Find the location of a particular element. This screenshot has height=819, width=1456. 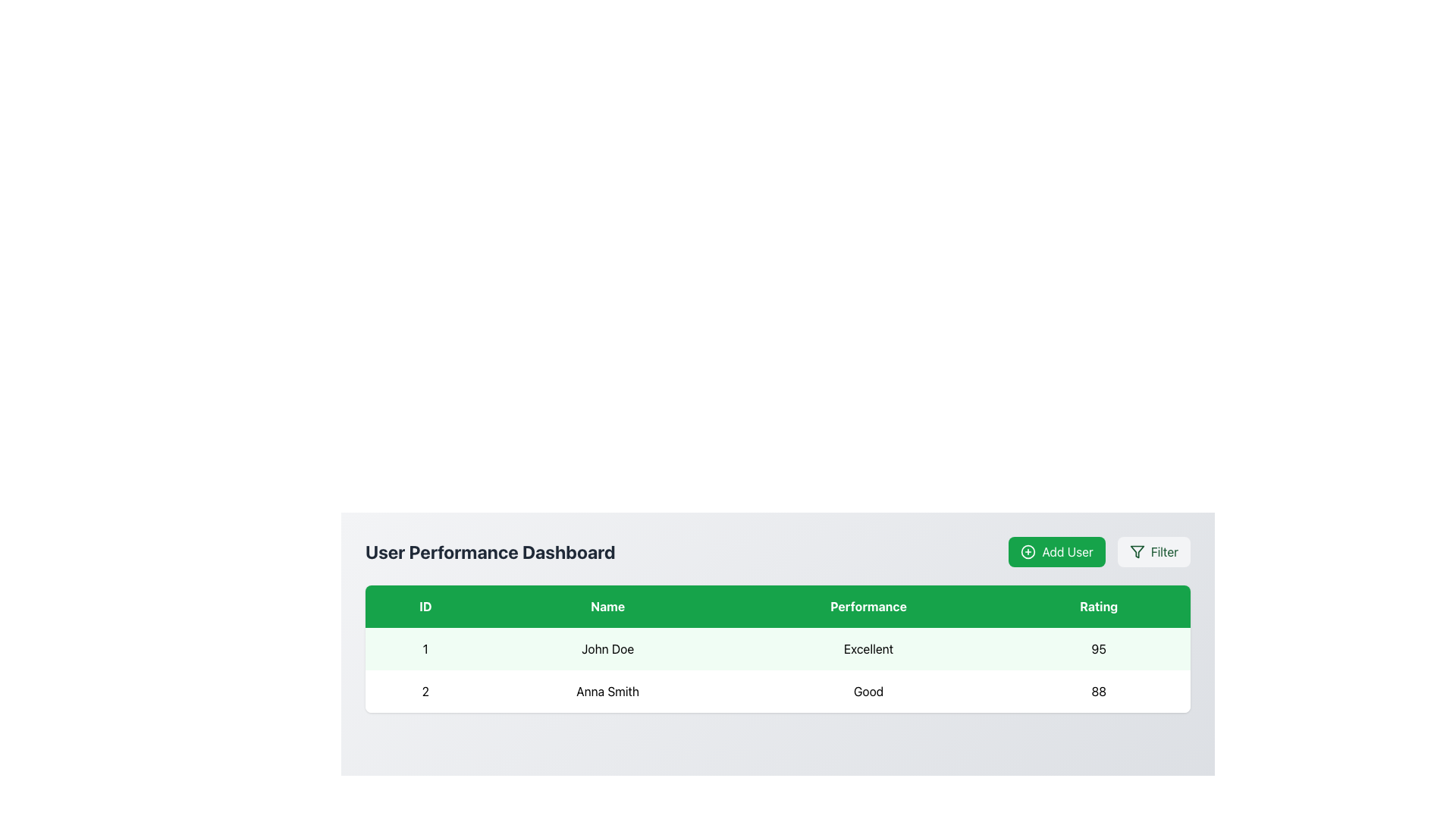

the third header Text Label in the table, which is located between the 'Name' and 'Rating' headers is located at coordinates (868, 605).